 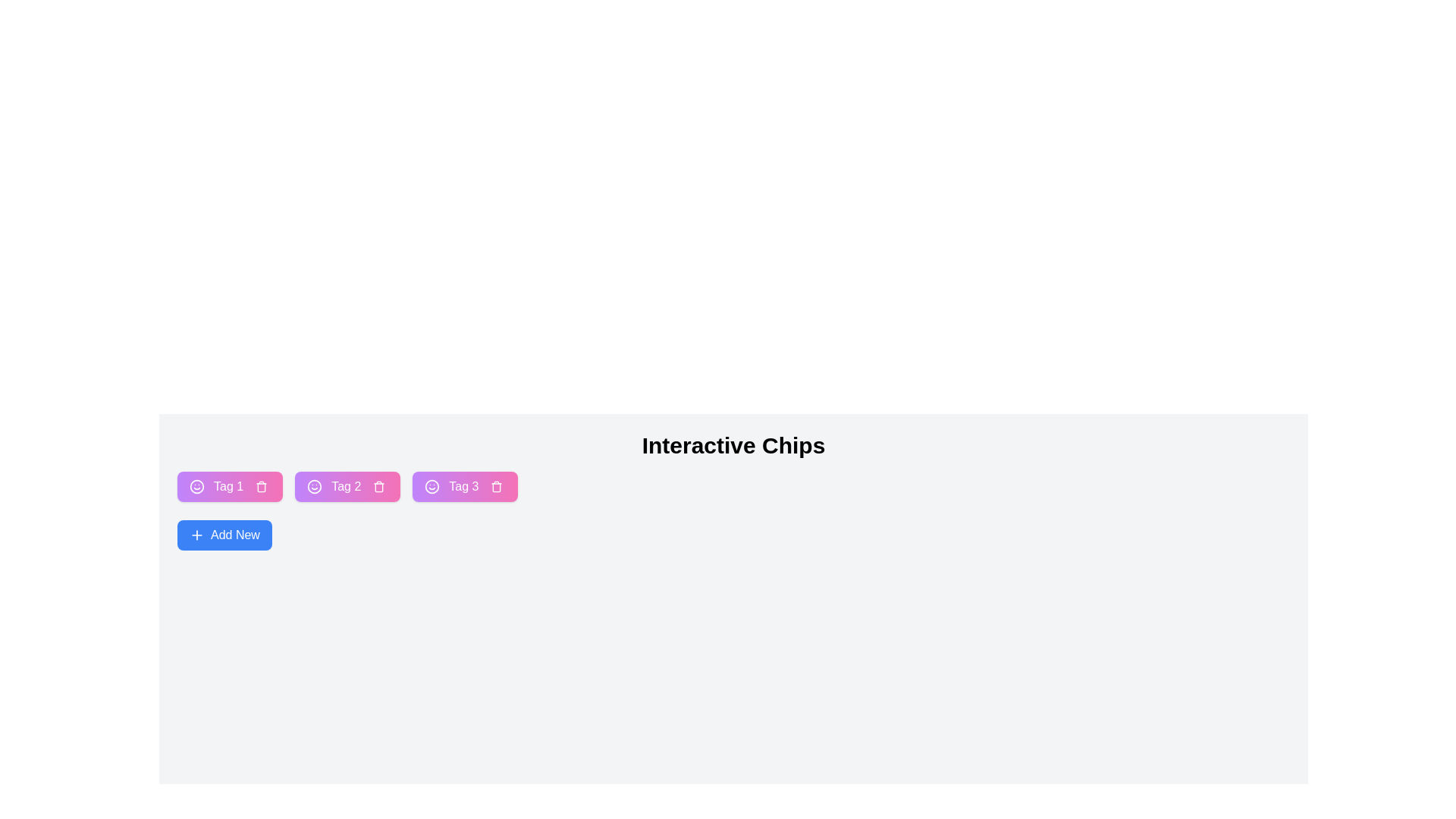 What do you see at coordinates (497, 486) in the screenshot?
I see `the remove button of the chip labeled Tag 3` at bounding box center [497, 486].